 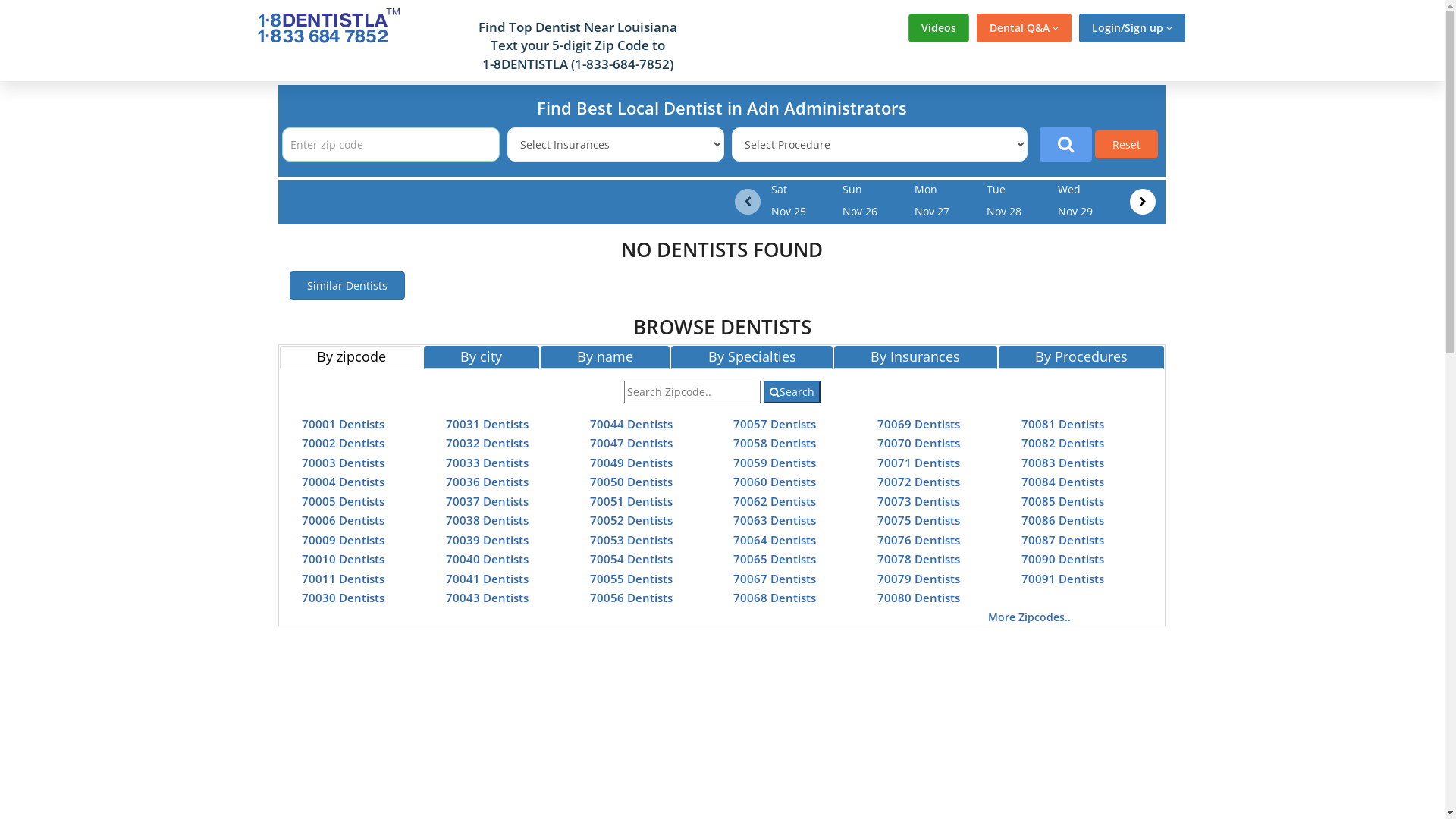 I want to click on '70082 Dentists', so click(x=1062, y=442).